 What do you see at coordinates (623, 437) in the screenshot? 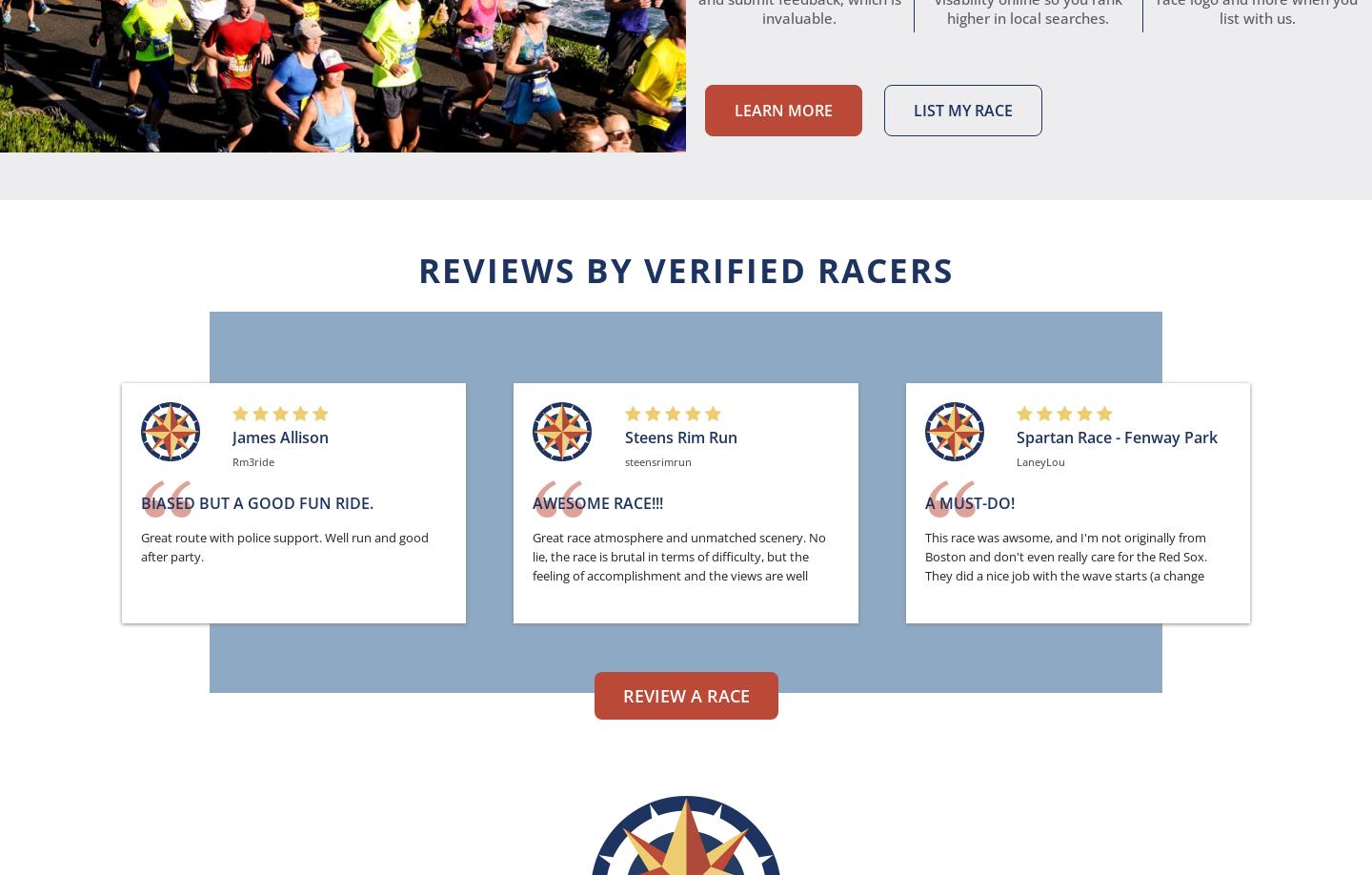
I see `'Steens Rim Run'` at bounding box center [623, 437].